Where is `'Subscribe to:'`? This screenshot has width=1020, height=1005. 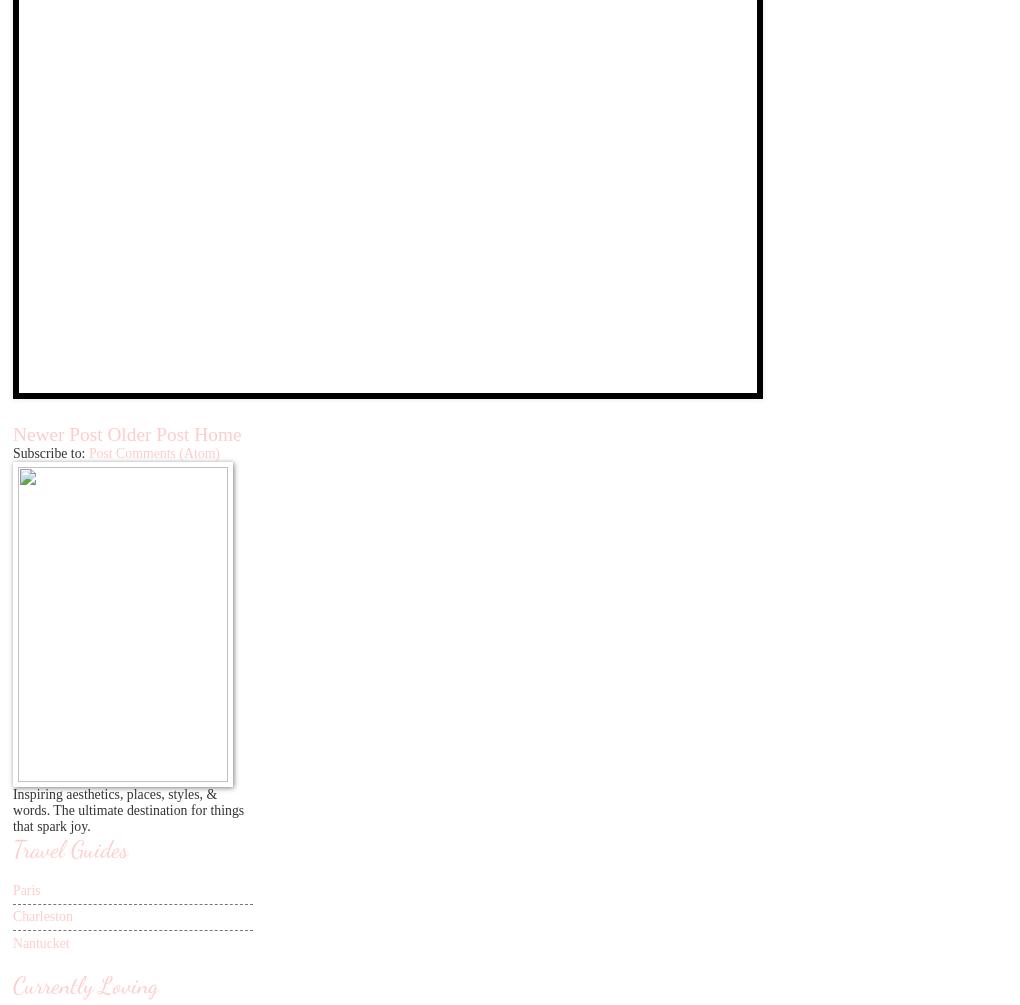 'Subscribe to:' is located at coordinates (50, 453).